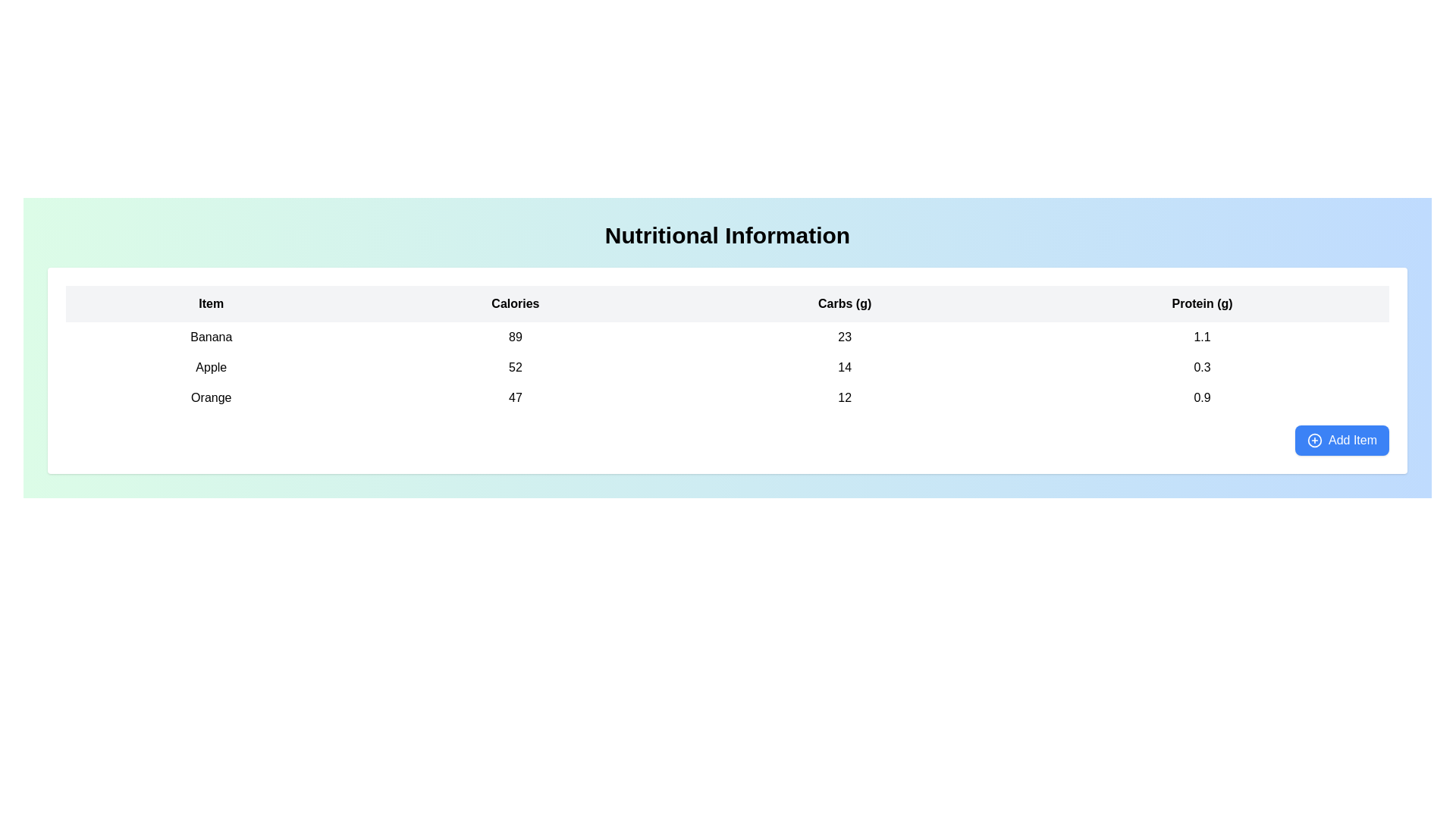  Describe the element at coordinates (726, 397) in the screenshot. I see `the third row of the table displaying nutritional information, which contains the cells for 'Orange', '47', '12', and '0.9'` at that location.